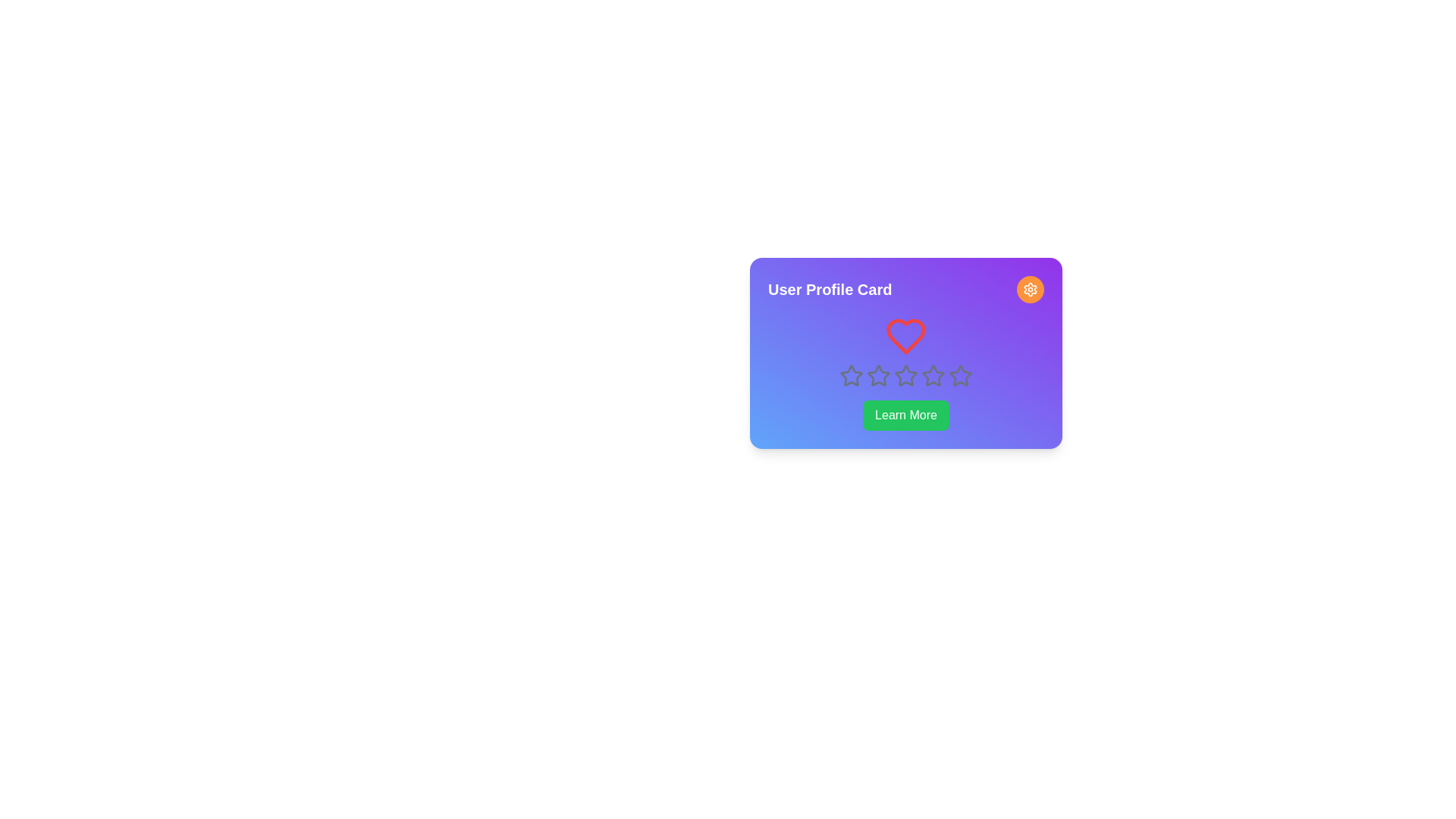  I want to click on the fifth rating star icon located at the bottom center of the card interface, so click(932, 375).